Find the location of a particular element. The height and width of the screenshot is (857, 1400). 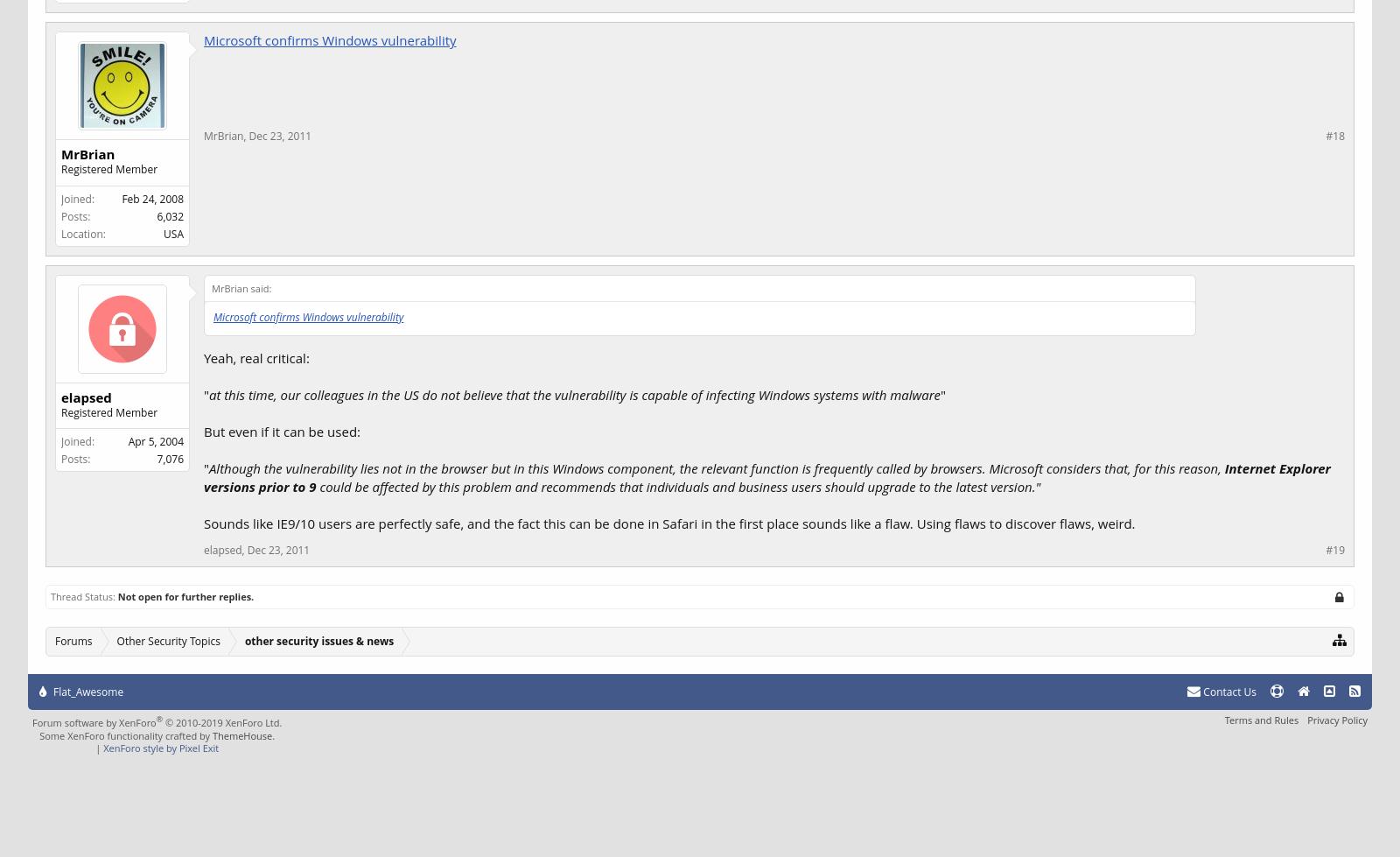

'Some XenForo functionality crafted by' is located at coordinates (124, 734).